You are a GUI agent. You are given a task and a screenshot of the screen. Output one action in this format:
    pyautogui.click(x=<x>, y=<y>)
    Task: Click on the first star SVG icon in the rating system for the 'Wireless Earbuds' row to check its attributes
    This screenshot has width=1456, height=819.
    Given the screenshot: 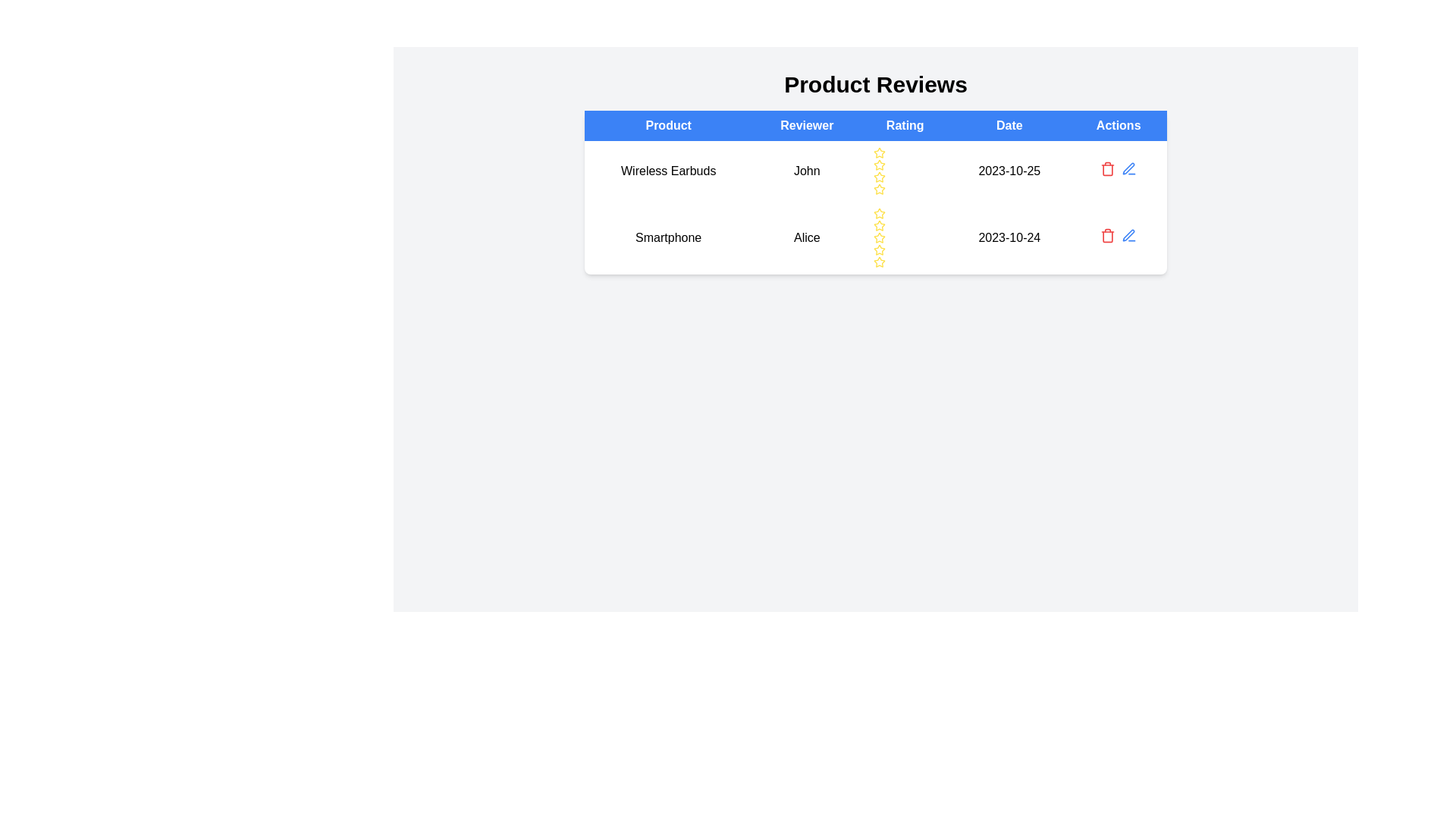 What is the action you would take?
    pyautogui.click(x=880, y=152)
    